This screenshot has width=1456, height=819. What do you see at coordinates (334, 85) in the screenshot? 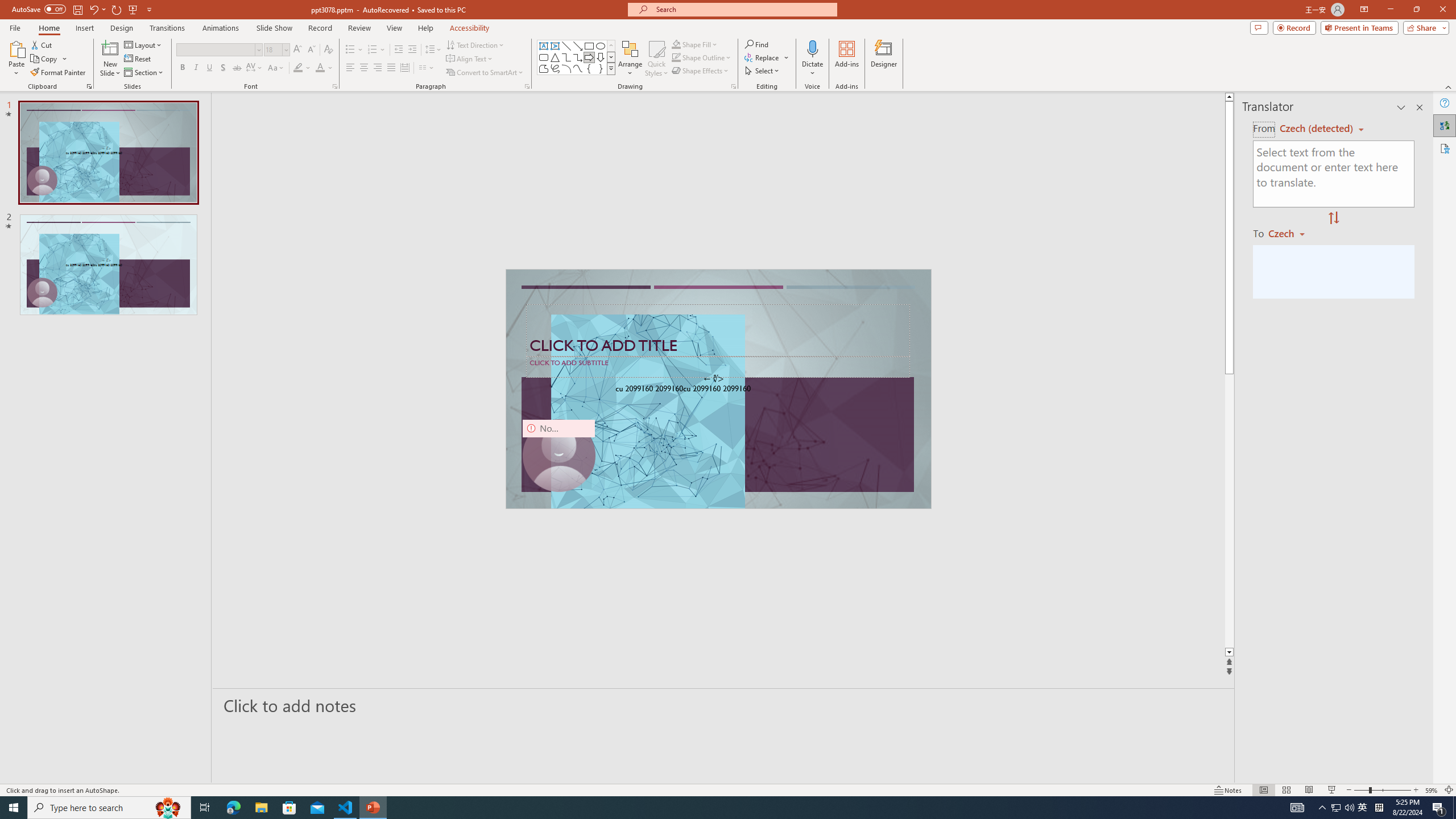
I see `'Font...'` at bounding box center [334, 85].